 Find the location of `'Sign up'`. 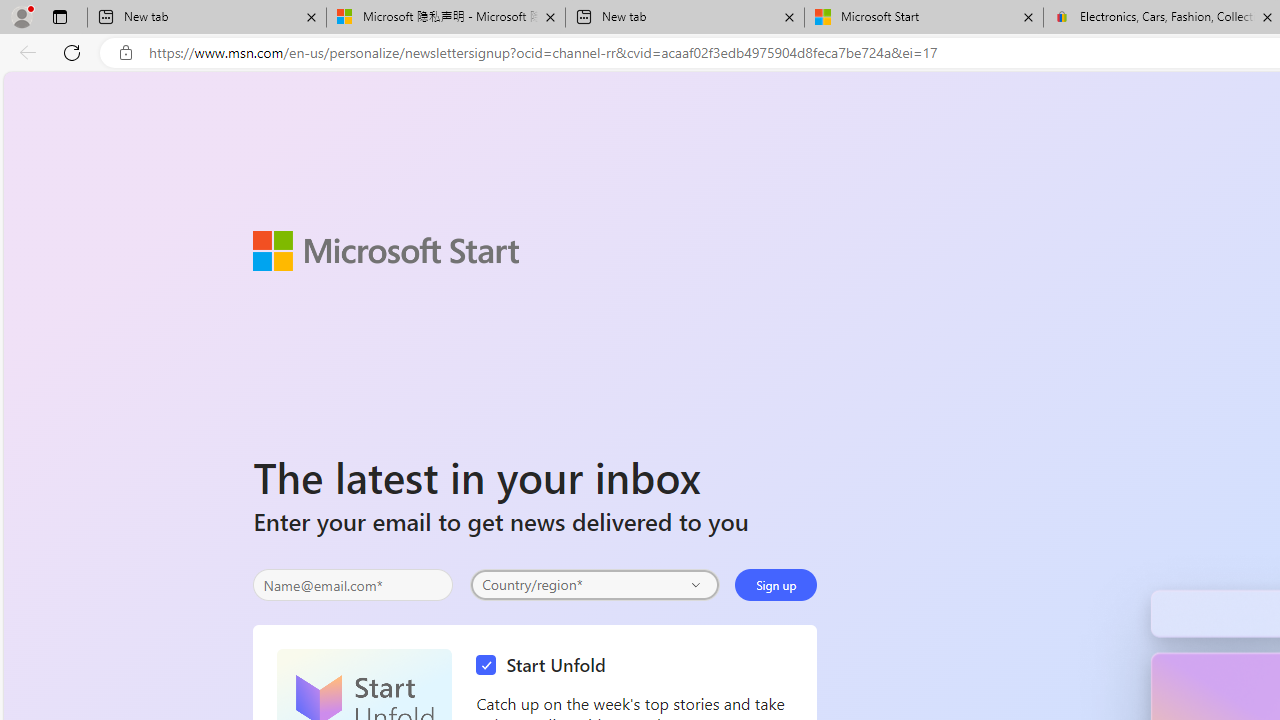

'Sign up' is located at coordinates (775, 585).